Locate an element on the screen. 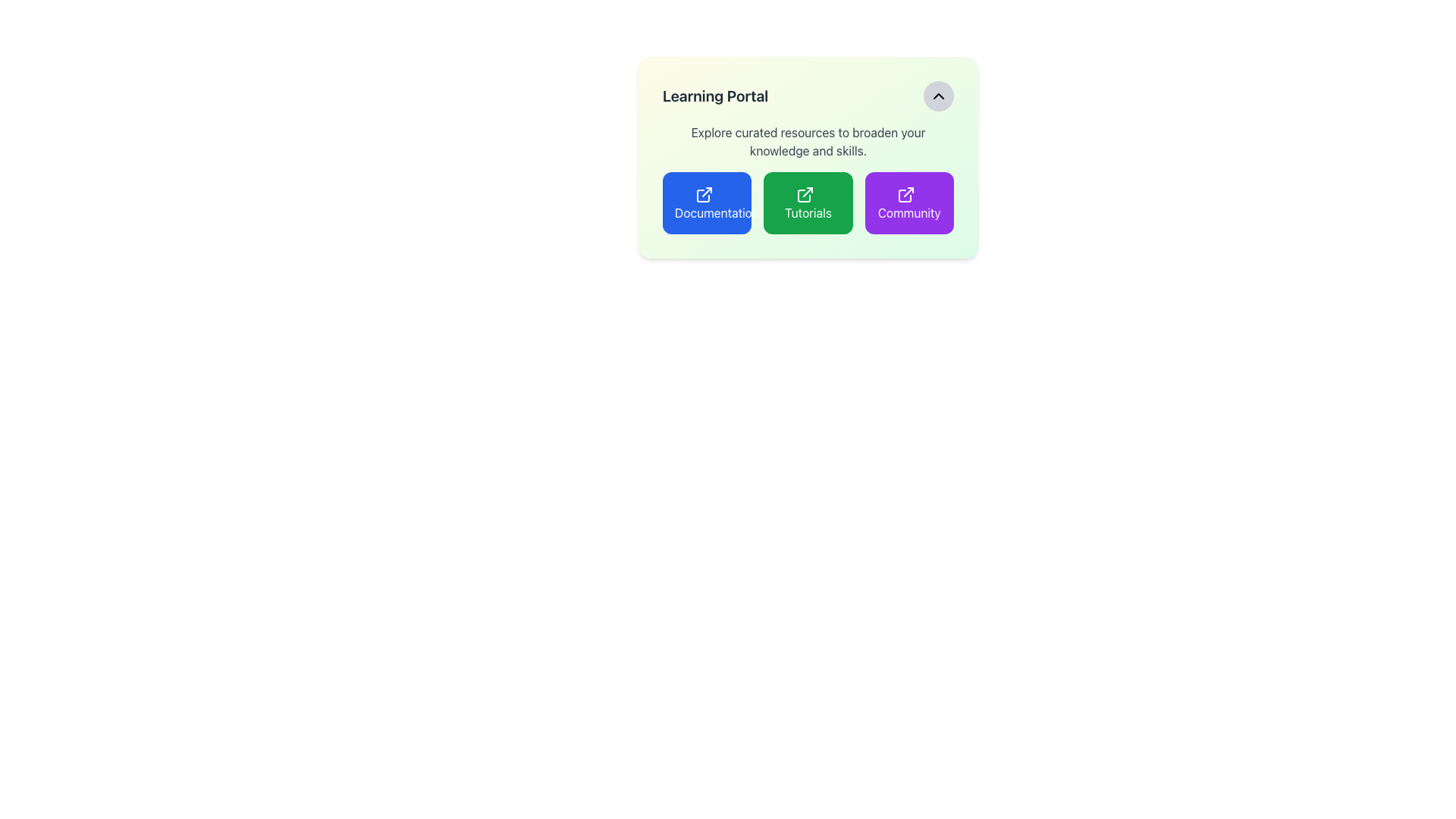 The height and width of the screenshot is (819, 1456). the green button labeled 'Tutorials' that contains a white external link icon, located in the center of a group of three buttons, to observe hover effects is located at coordinates (807, 177).